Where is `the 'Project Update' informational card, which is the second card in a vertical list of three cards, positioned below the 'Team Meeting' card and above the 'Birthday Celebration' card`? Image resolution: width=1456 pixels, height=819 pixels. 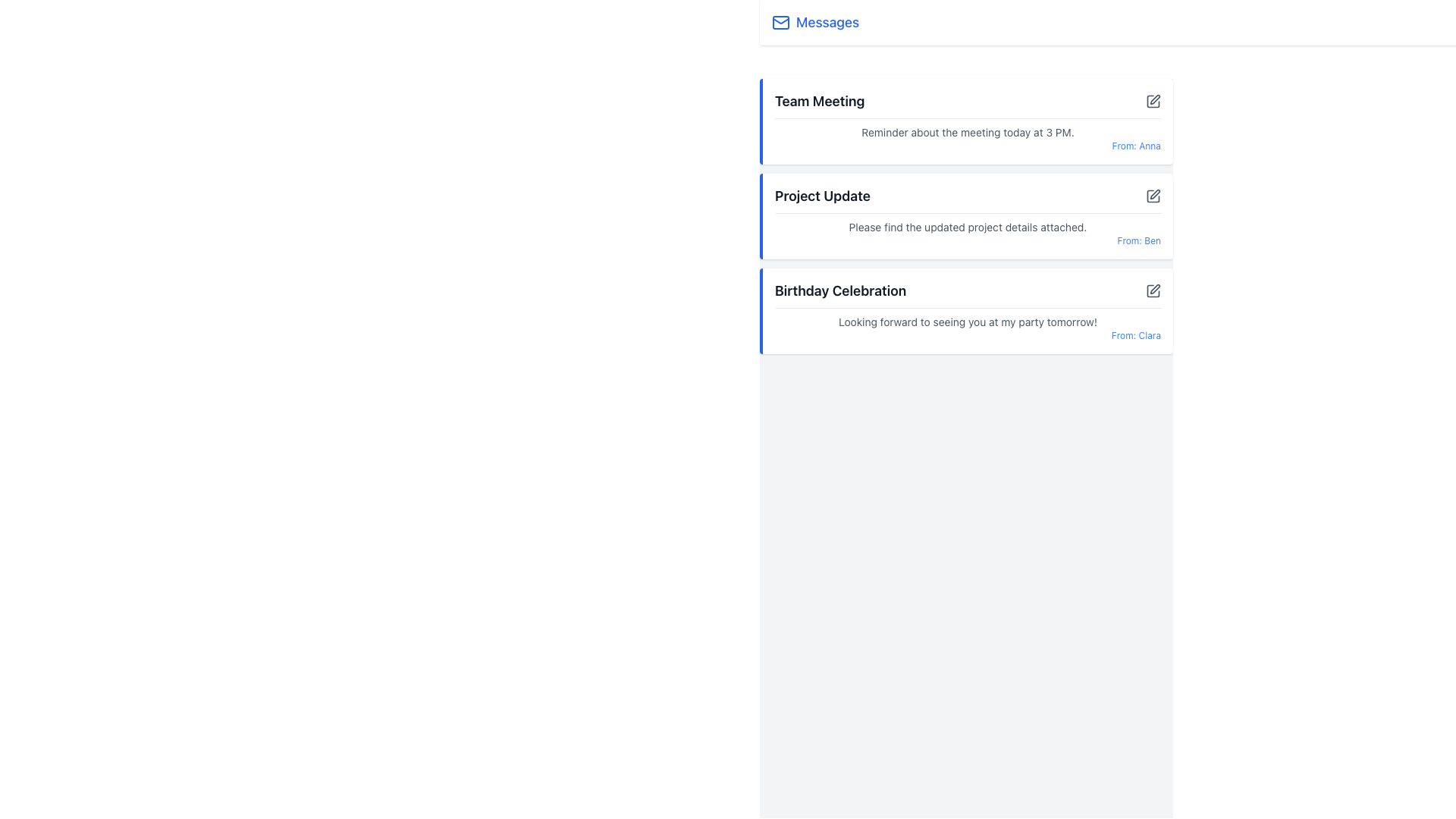
the 'Project Update' informational card, which is the second card in a vertical list of three cards, positioned below the 'Team Meeting' card and above the 'Birthday Celebration' card is located at coordinates (965, 216).